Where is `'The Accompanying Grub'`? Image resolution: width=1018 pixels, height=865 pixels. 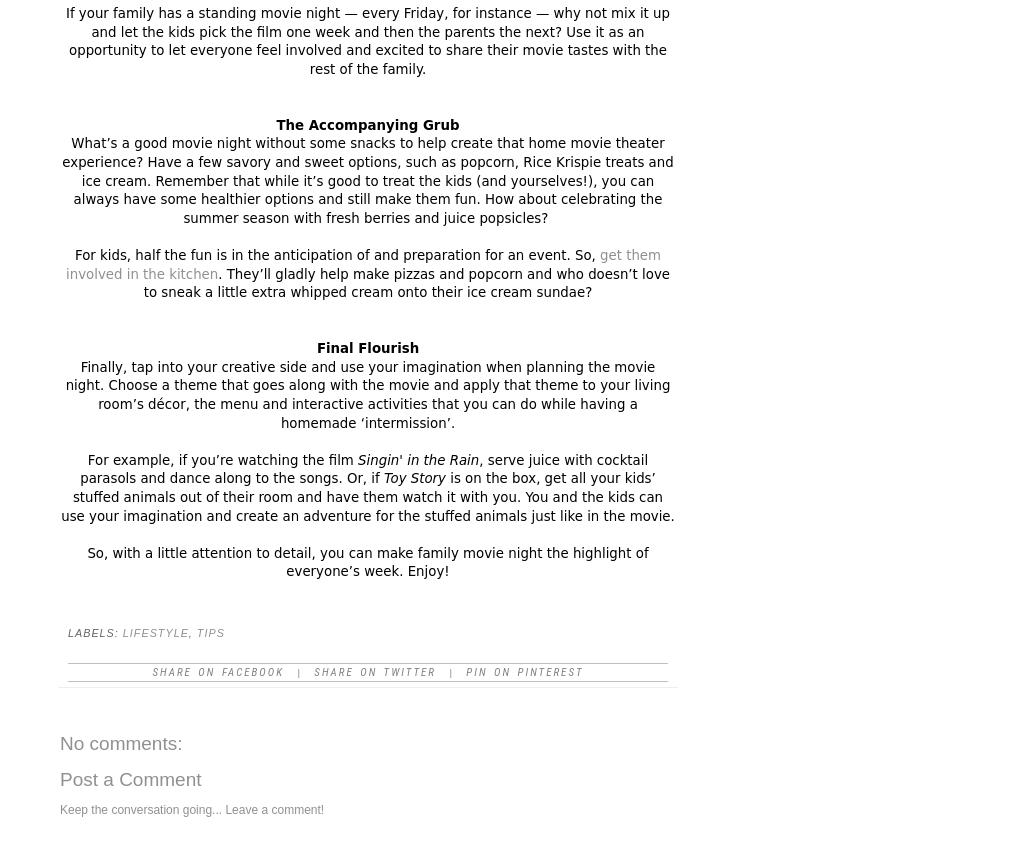 'The Accompanying Grub' is located at coordinates (367, 124).